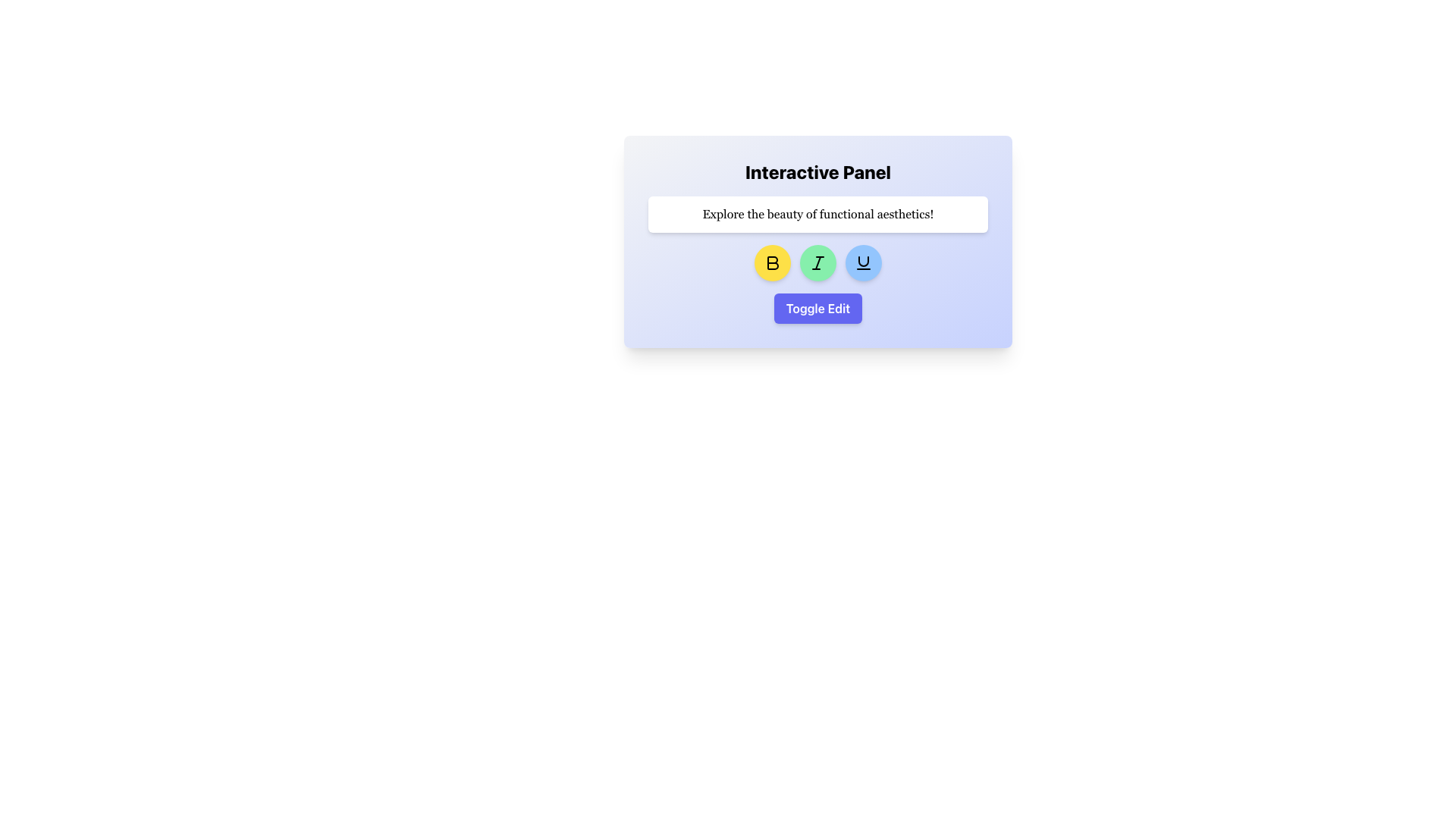  Describe the element at coordinates (772, 262) in the screenshot. I see `the bold style toggle icon button located below the text field using keyboard navigation` at that location.